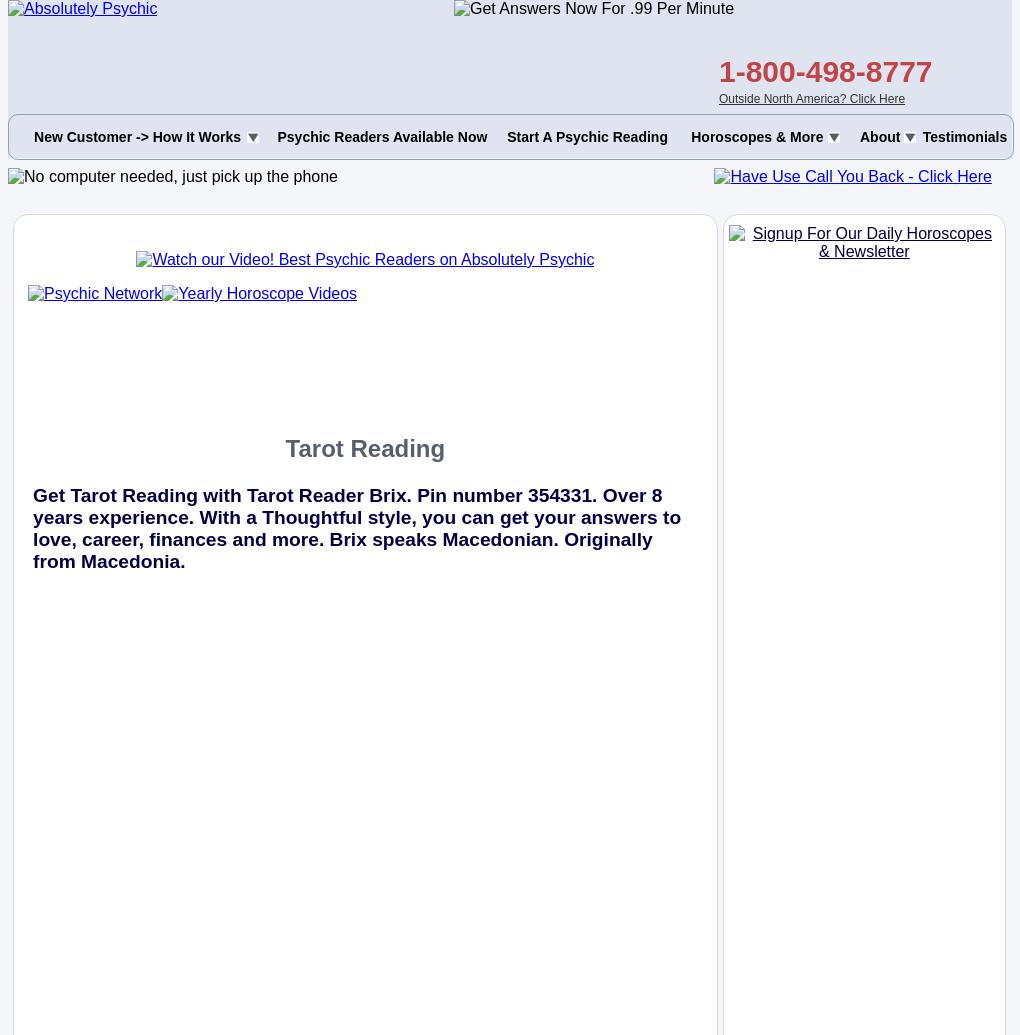  What do you see at coordinates (199, 86) in the screenshot?
I see `'Please enter your 10 digit phone number'` at bounding box center [199, 86].